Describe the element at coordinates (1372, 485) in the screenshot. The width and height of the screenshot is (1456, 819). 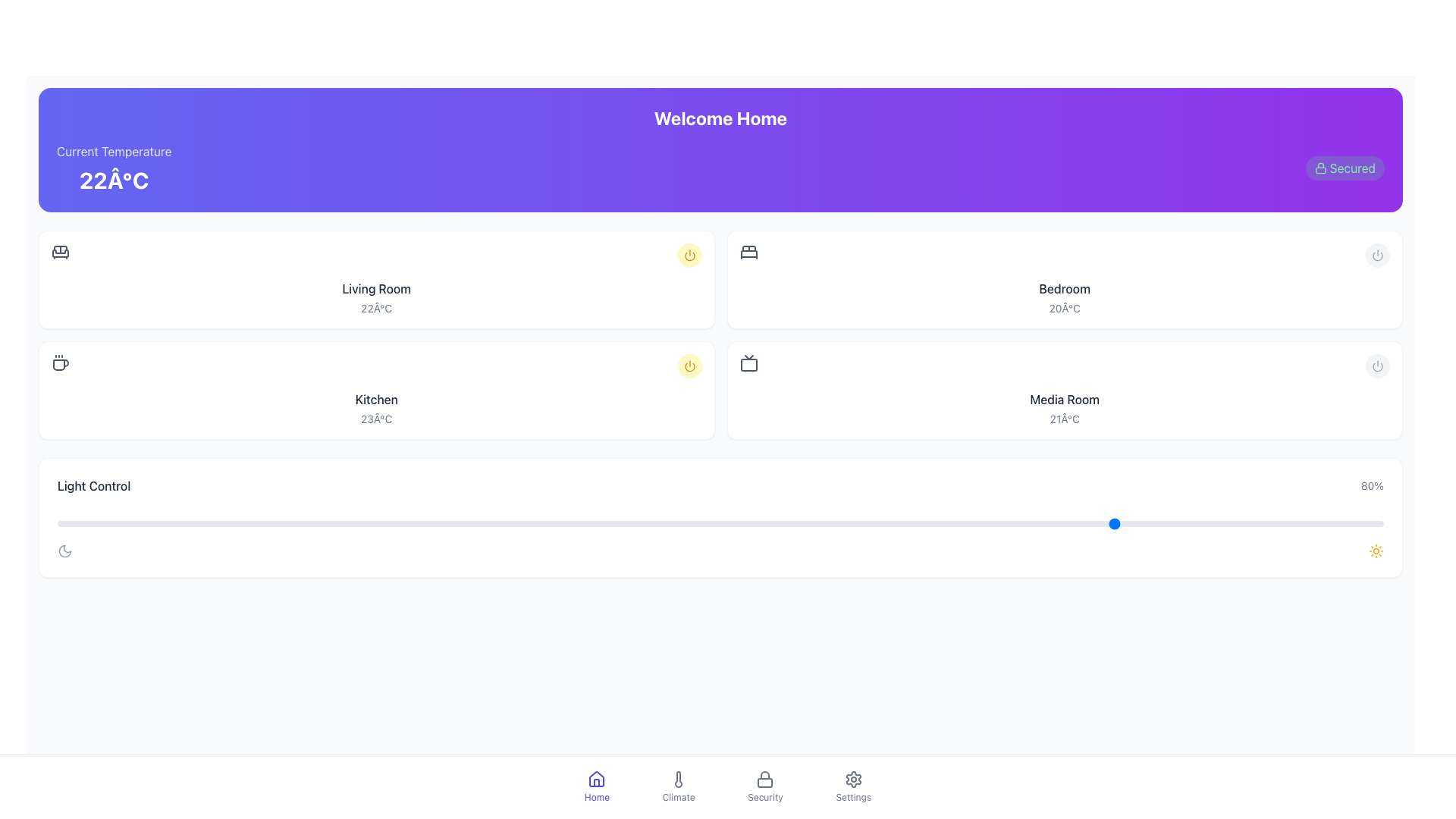
I see `information displayed in the text label indicating a percentage, specifically the value '80%', located at the far-right side of the 'Light Control' row` at that location.